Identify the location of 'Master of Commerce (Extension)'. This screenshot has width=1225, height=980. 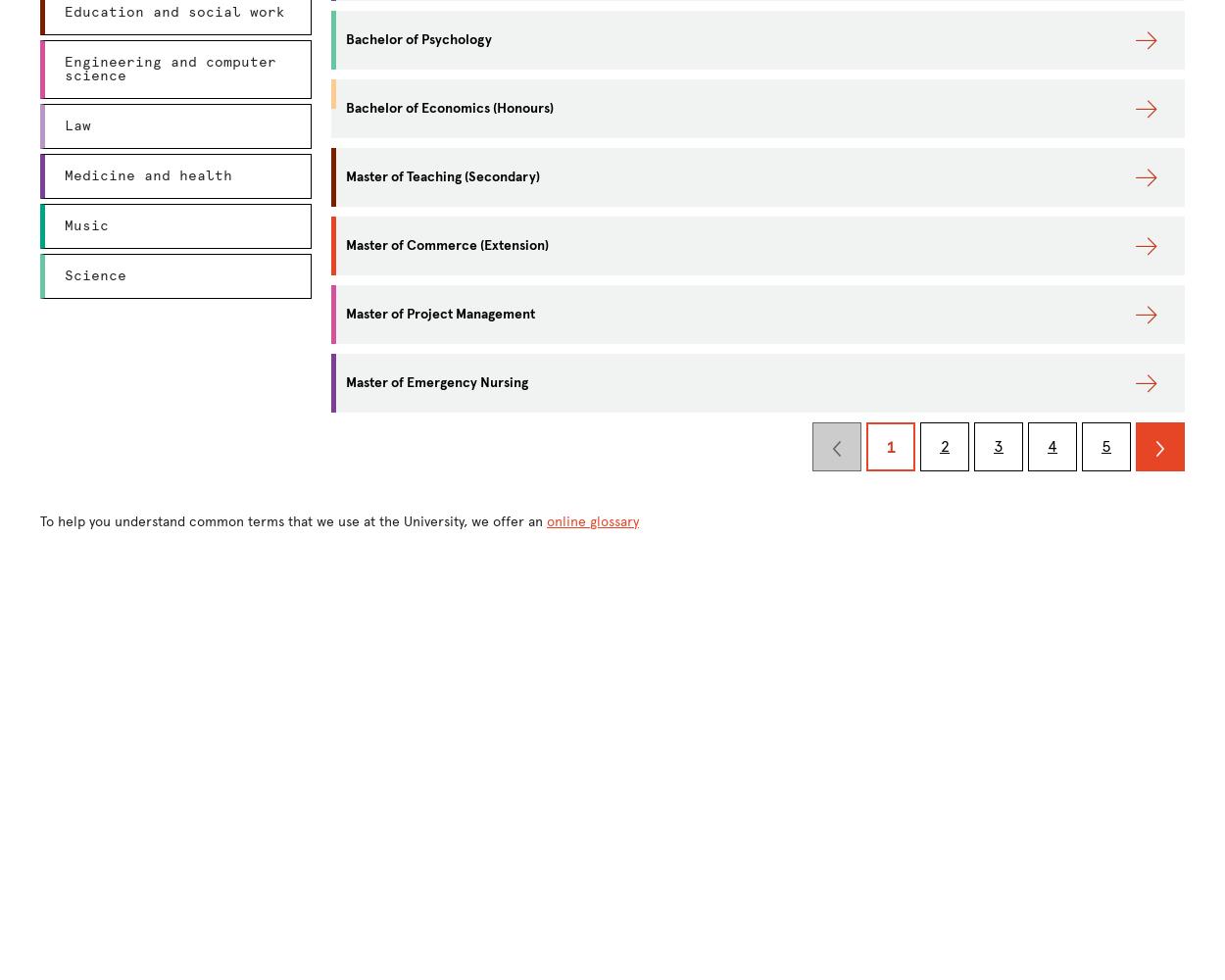
(446, 245).